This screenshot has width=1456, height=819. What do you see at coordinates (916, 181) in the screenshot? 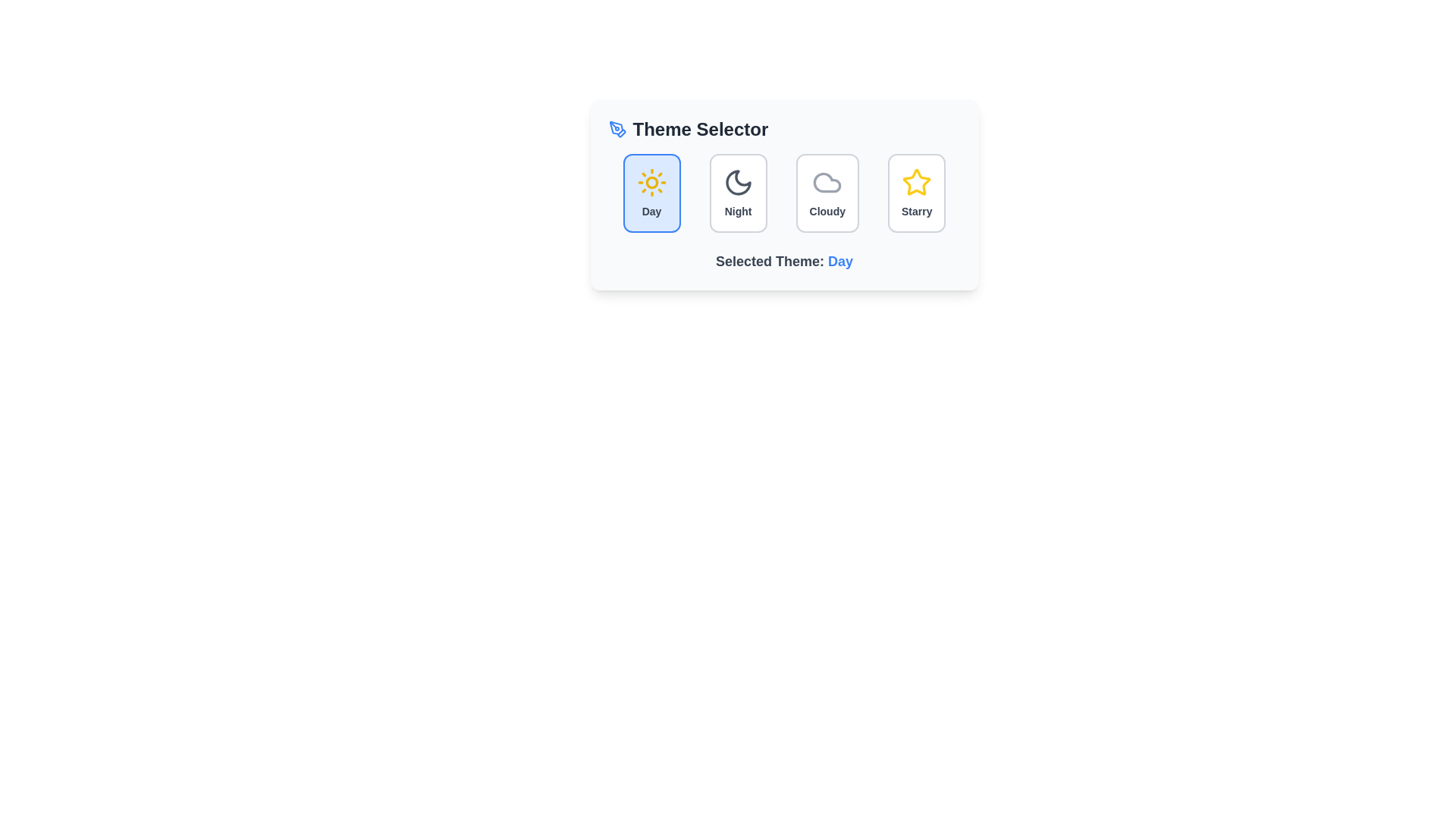
I see `the yellow outlined star icon with a white interior` at bounding box center [916, 181].